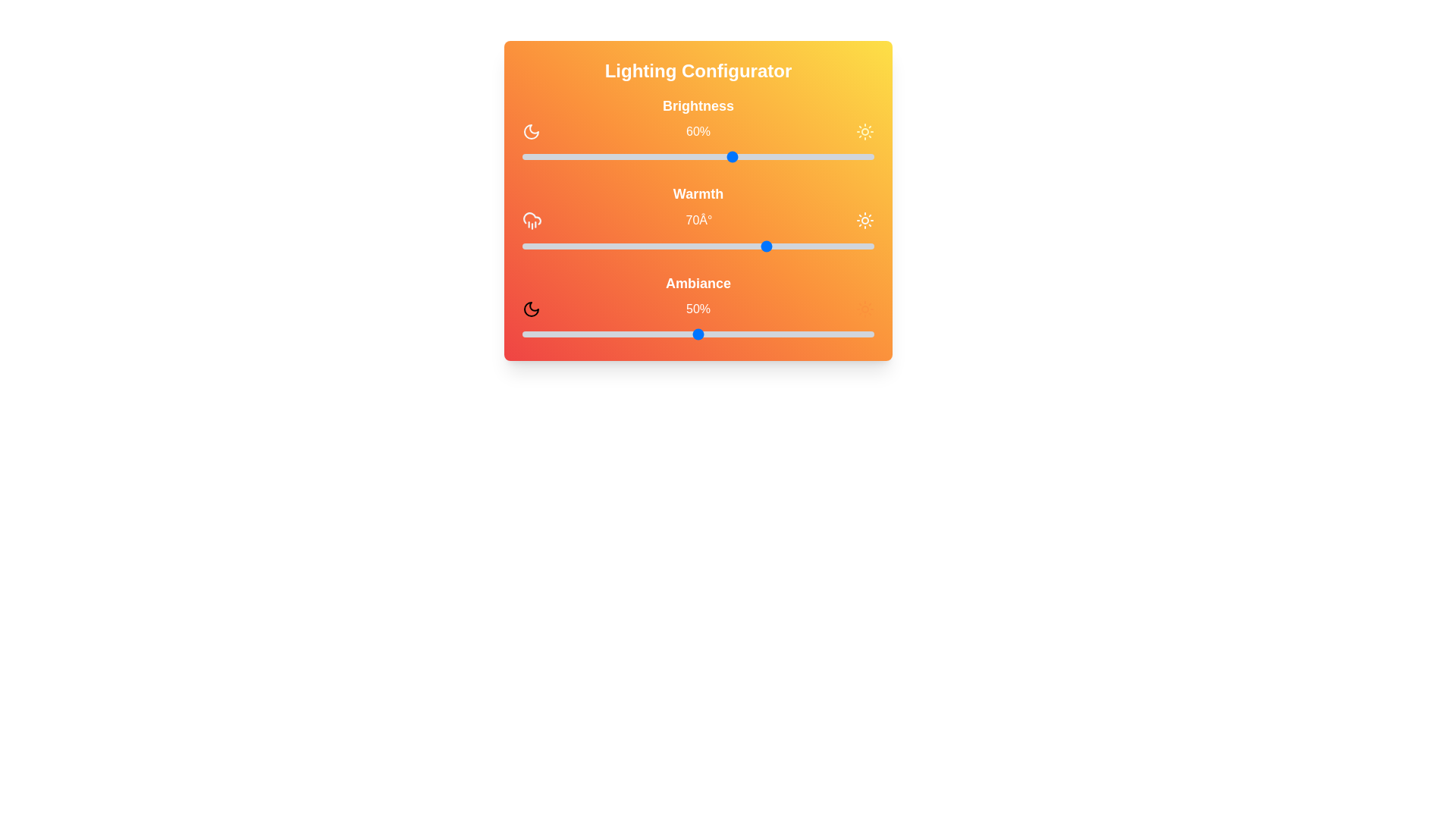 Image resolution: width=1456 pixels, height=819 pixels. I want to click on the ambiance slider to 86%, so click(824, 333).